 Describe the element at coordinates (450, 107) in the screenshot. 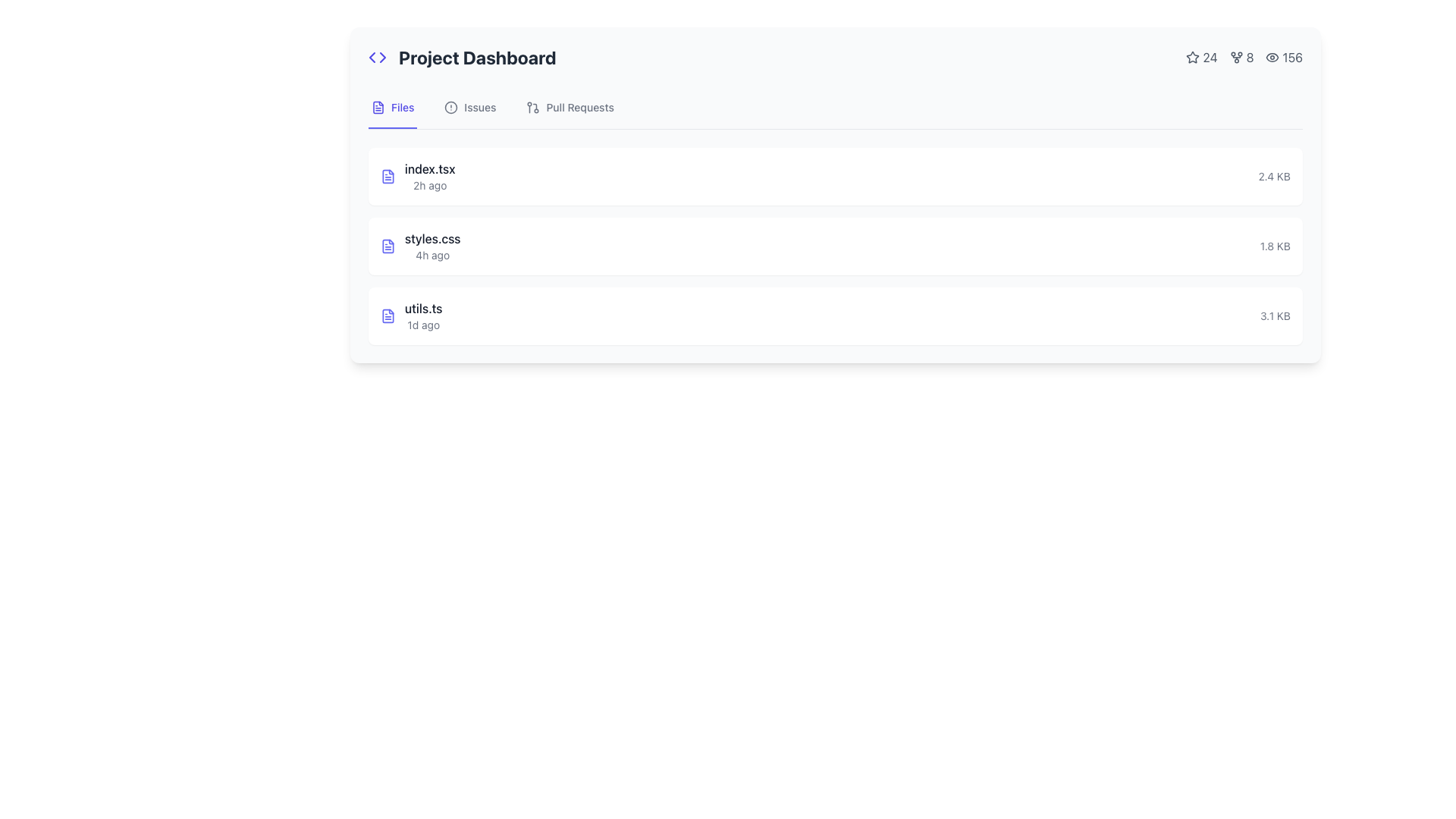

I see `the circular graphic element with a white fill and black border, which is part of the alert icon located in the header section between the 'Files' and 'Issues' tabs` at that location.